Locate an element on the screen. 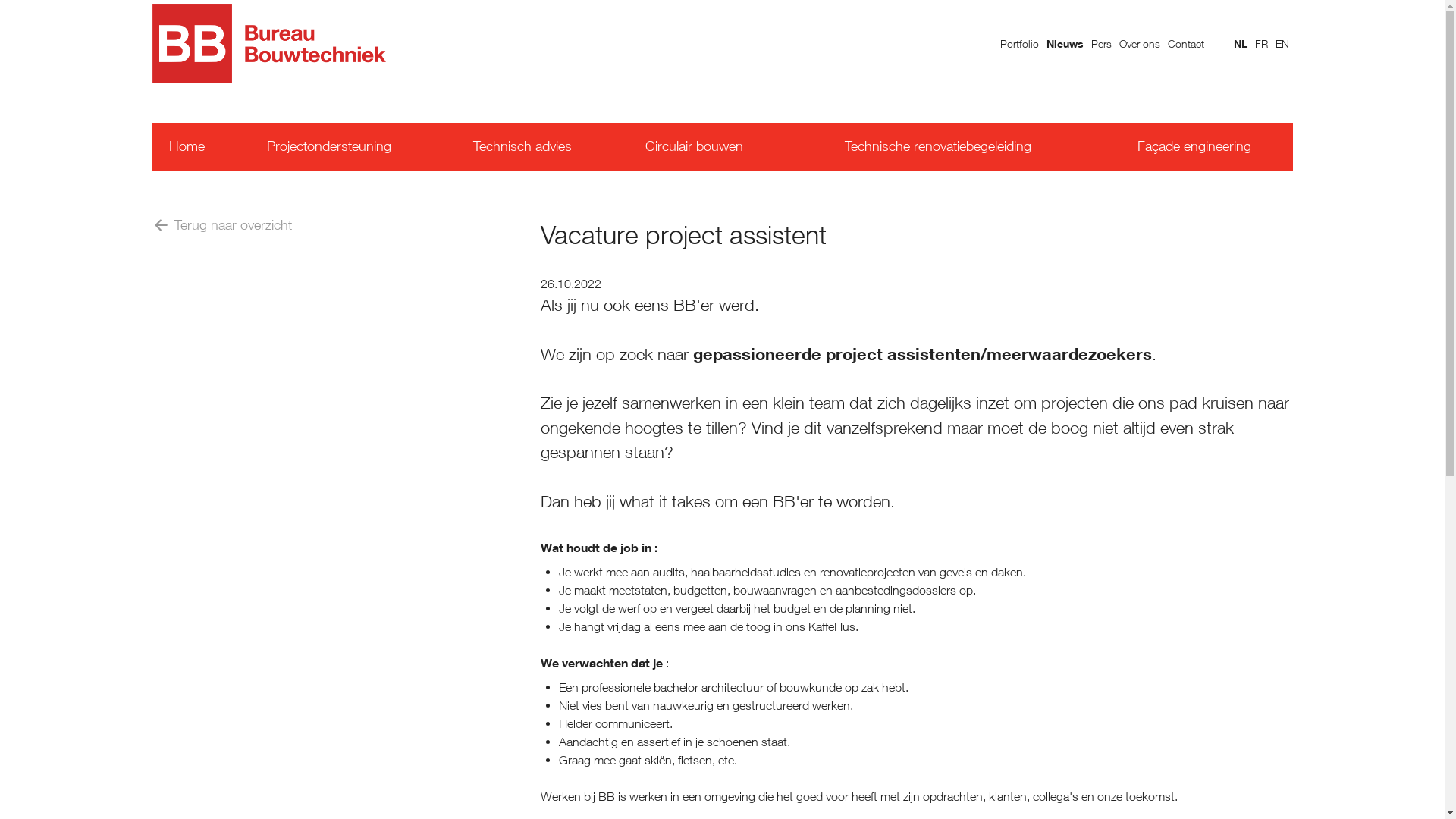 This screenshot has height=819, width=1456. 'Over ons' is located at coordinates (1139, 42).